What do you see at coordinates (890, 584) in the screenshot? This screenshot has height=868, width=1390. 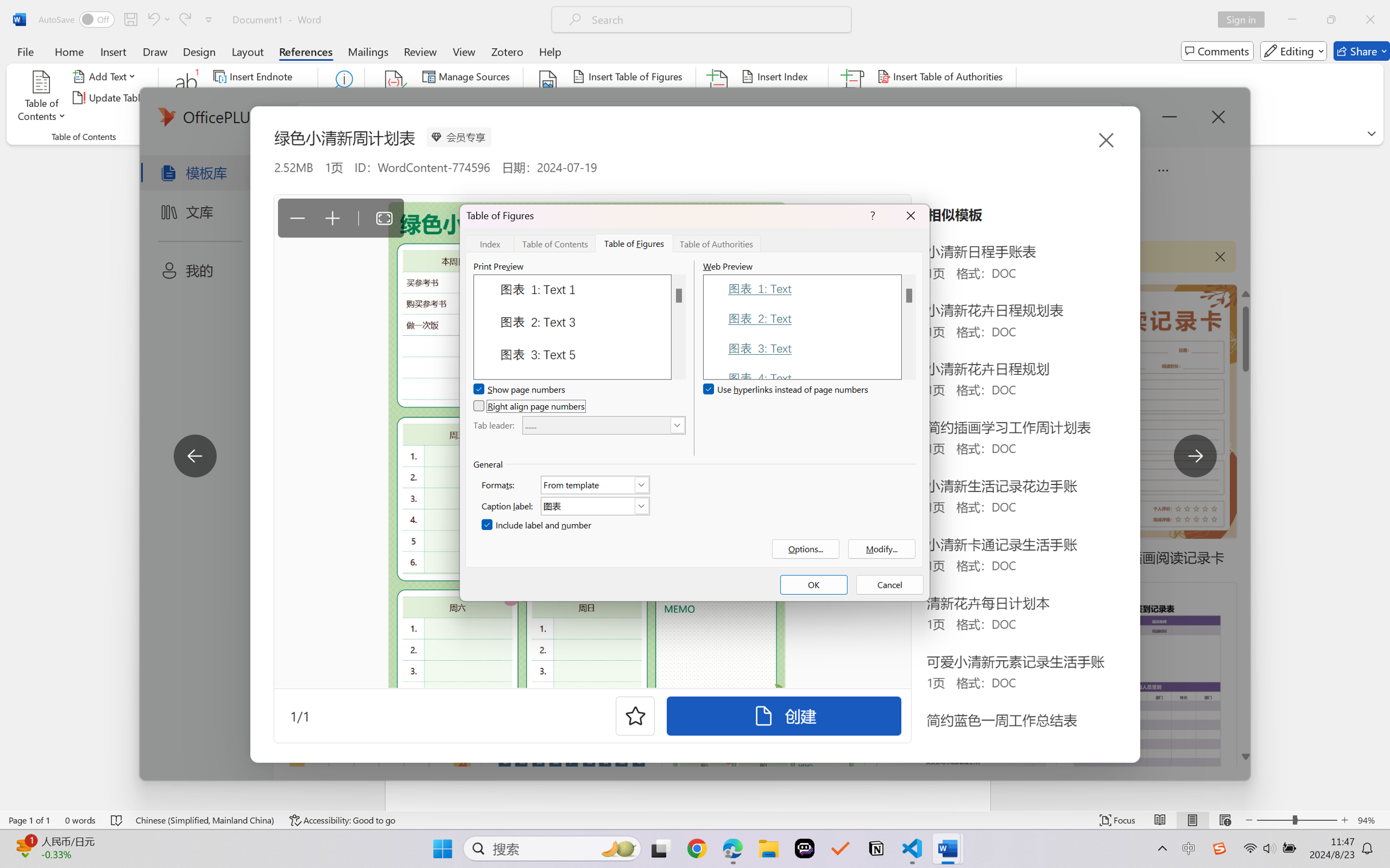 I see `'Cancel'` at bounding box center [890, 584].